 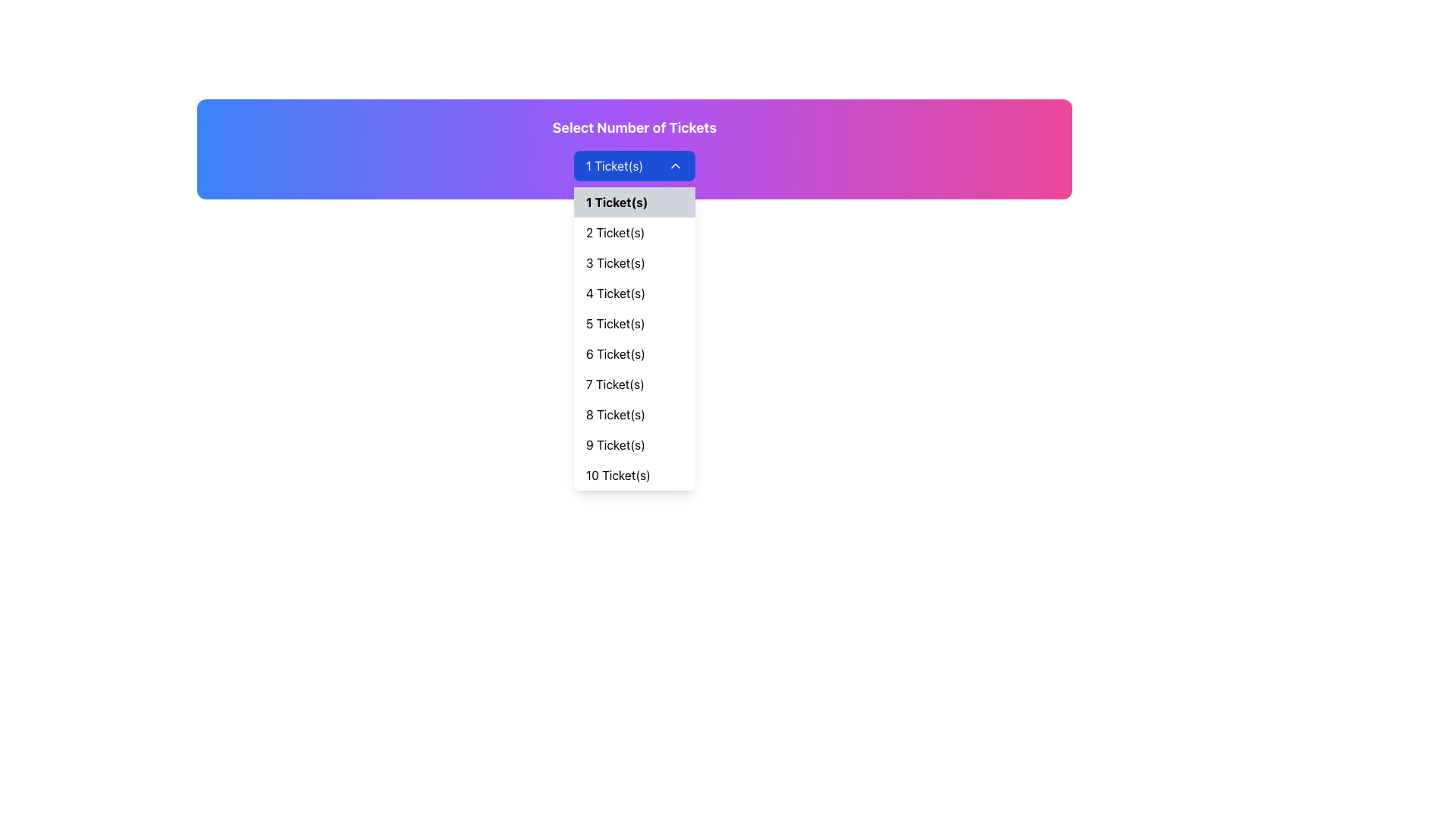 I want to click on the list item displaying '3 Ticket(s)' in the dropdown menu for ticket quantities, so click(x=634, y=262).